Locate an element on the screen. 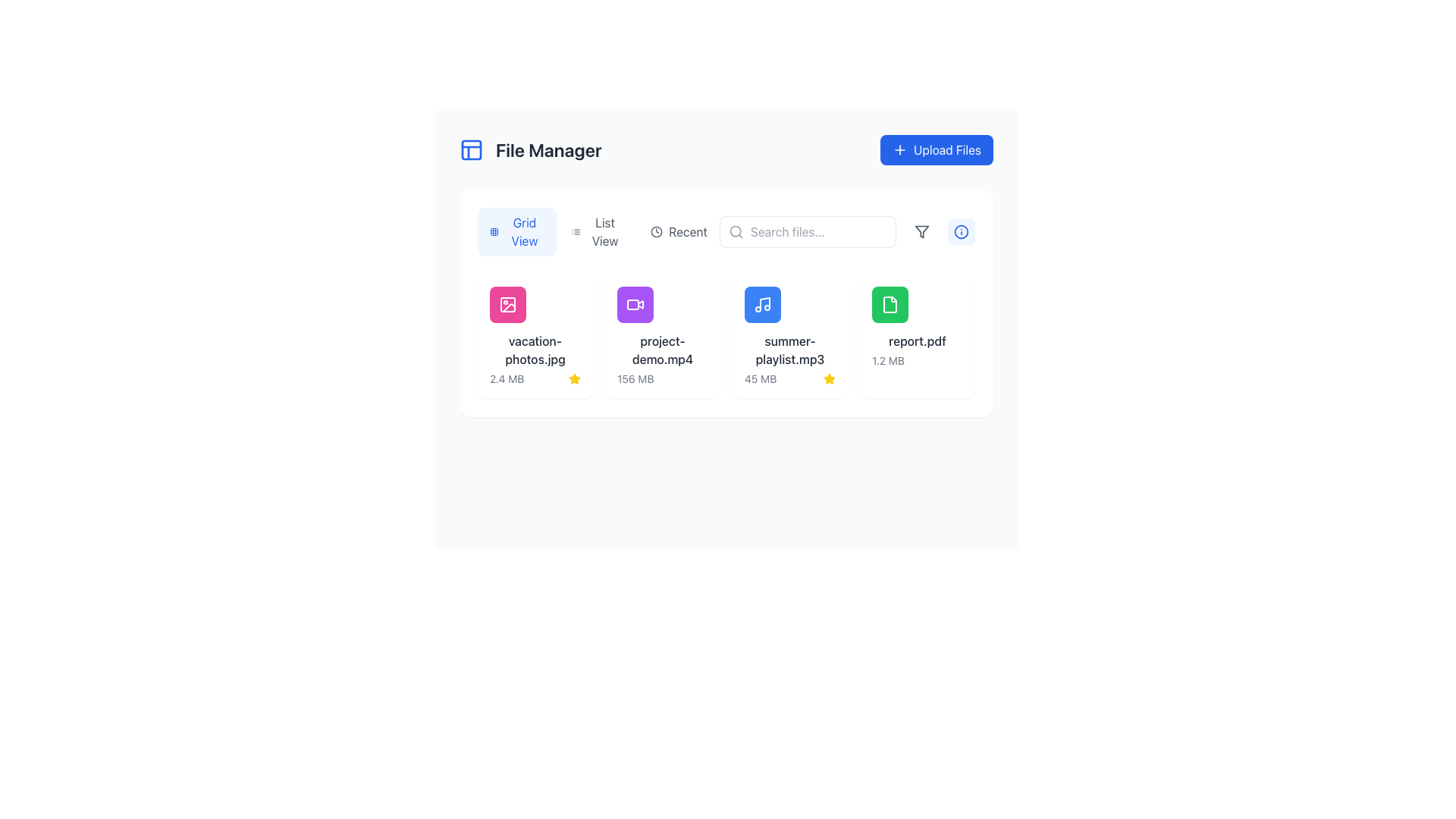 The height and width of the screenshot is (819, 1456). the 'Recent' button, which features a clock icon and dark gray text, to observe the hover effect is located at coordinates (678, 231).